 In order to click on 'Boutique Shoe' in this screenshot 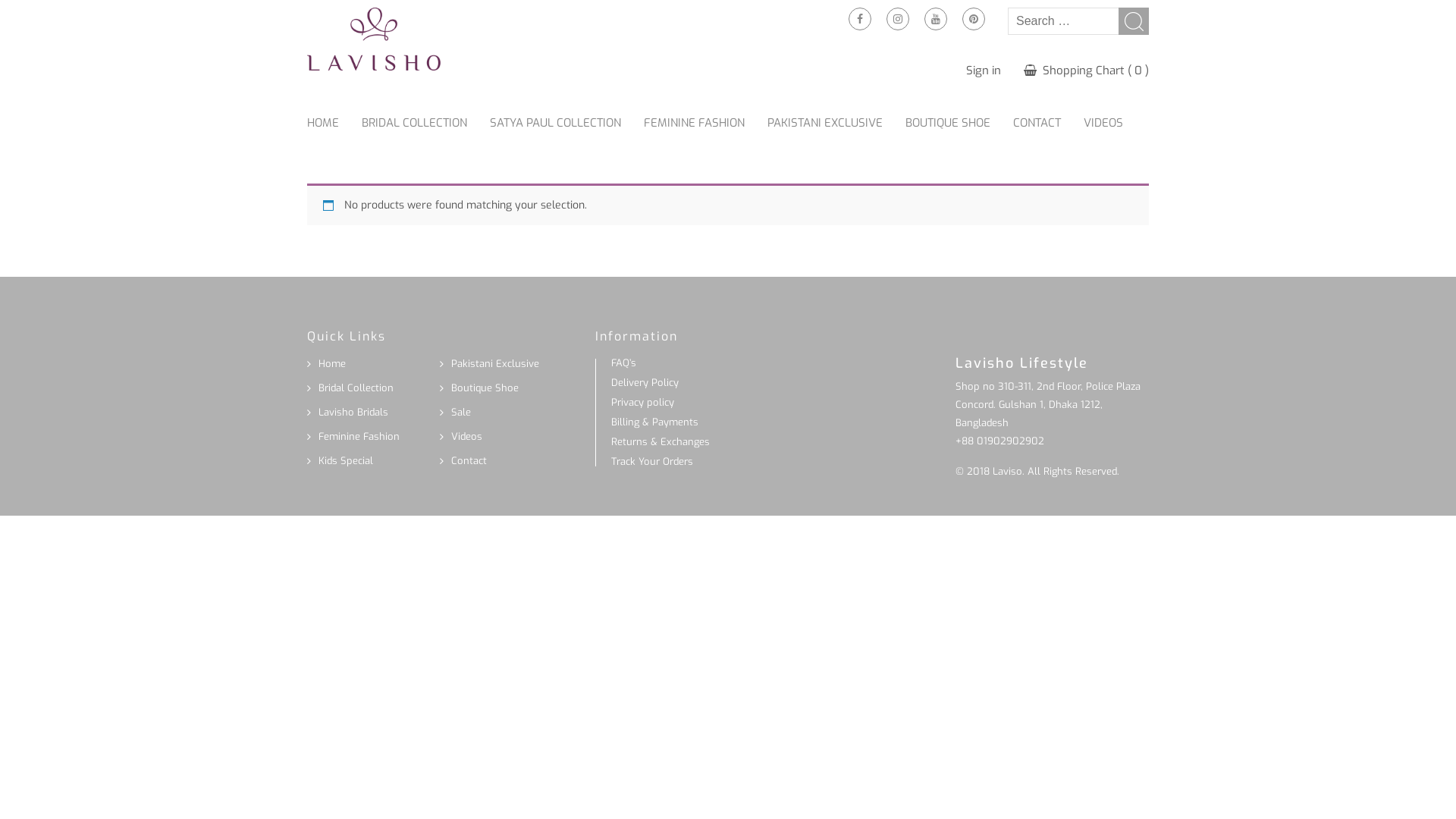, I will do `click(484, 387)`.